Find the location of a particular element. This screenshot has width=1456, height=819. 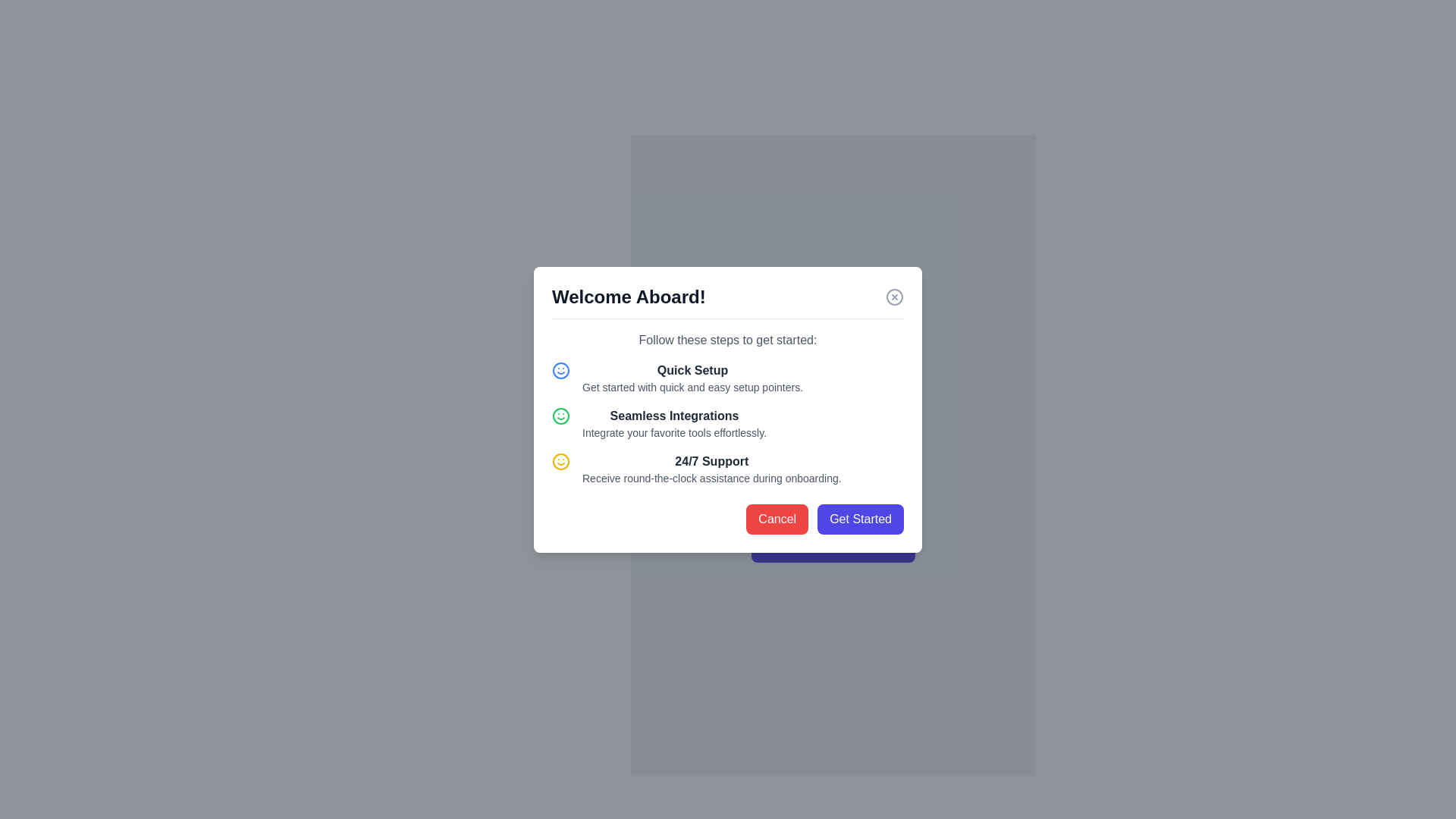

the decorative circle within the close icon of the modal, which is located near the top-right corner of the interface is located at coordinates (895, 297).